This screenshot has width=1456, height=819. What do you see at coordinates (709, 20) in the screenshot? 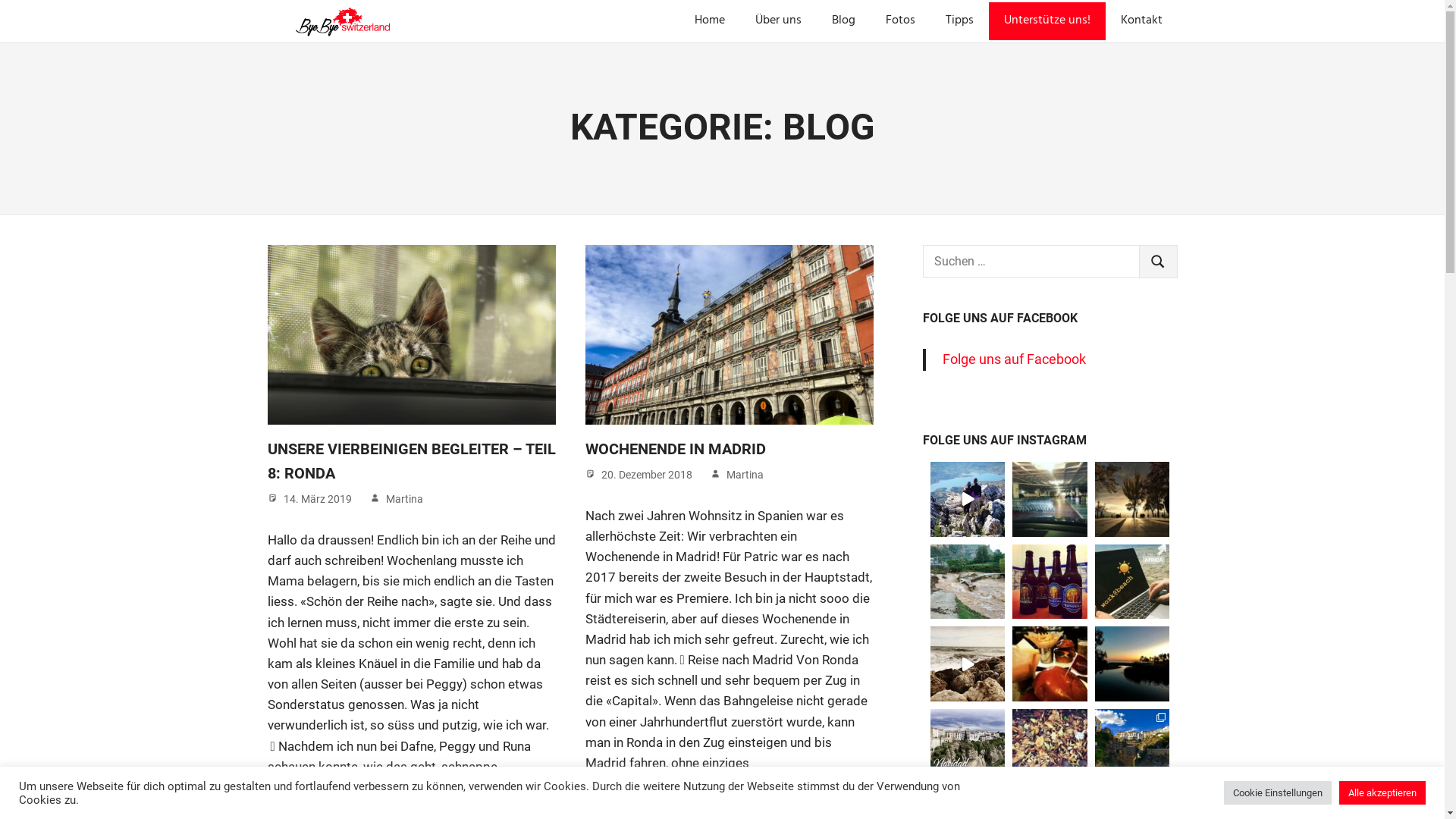
I see `'Home'` at bounding box center [709, 20].